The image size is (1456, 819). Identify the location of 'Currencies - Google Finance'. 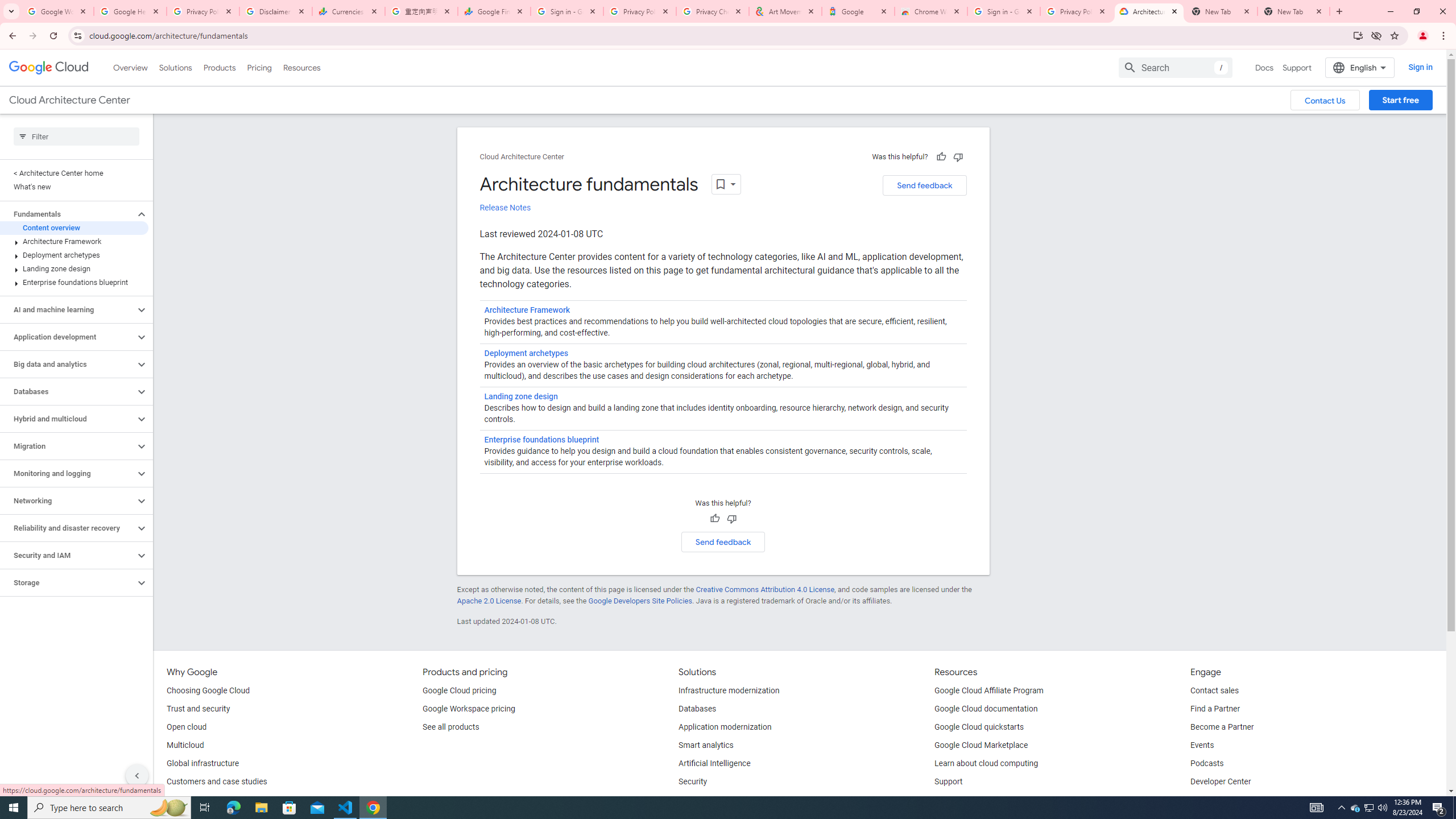
(348, 11).